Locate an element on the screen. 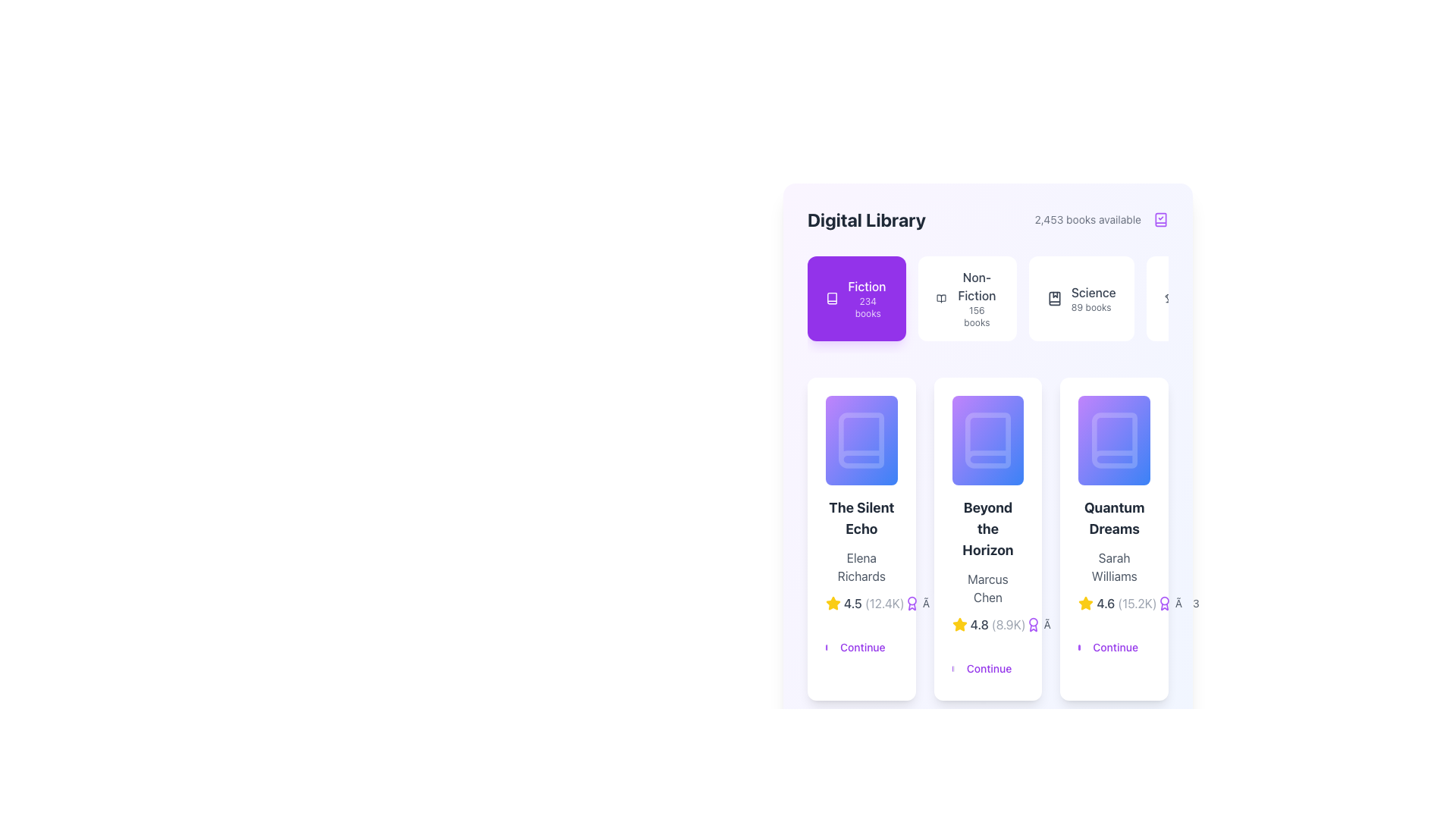 The image size is (1456, 819). the author's name text element located below 'Quantum Dreams' and above the rating information is located at coordinates (1114, 567).